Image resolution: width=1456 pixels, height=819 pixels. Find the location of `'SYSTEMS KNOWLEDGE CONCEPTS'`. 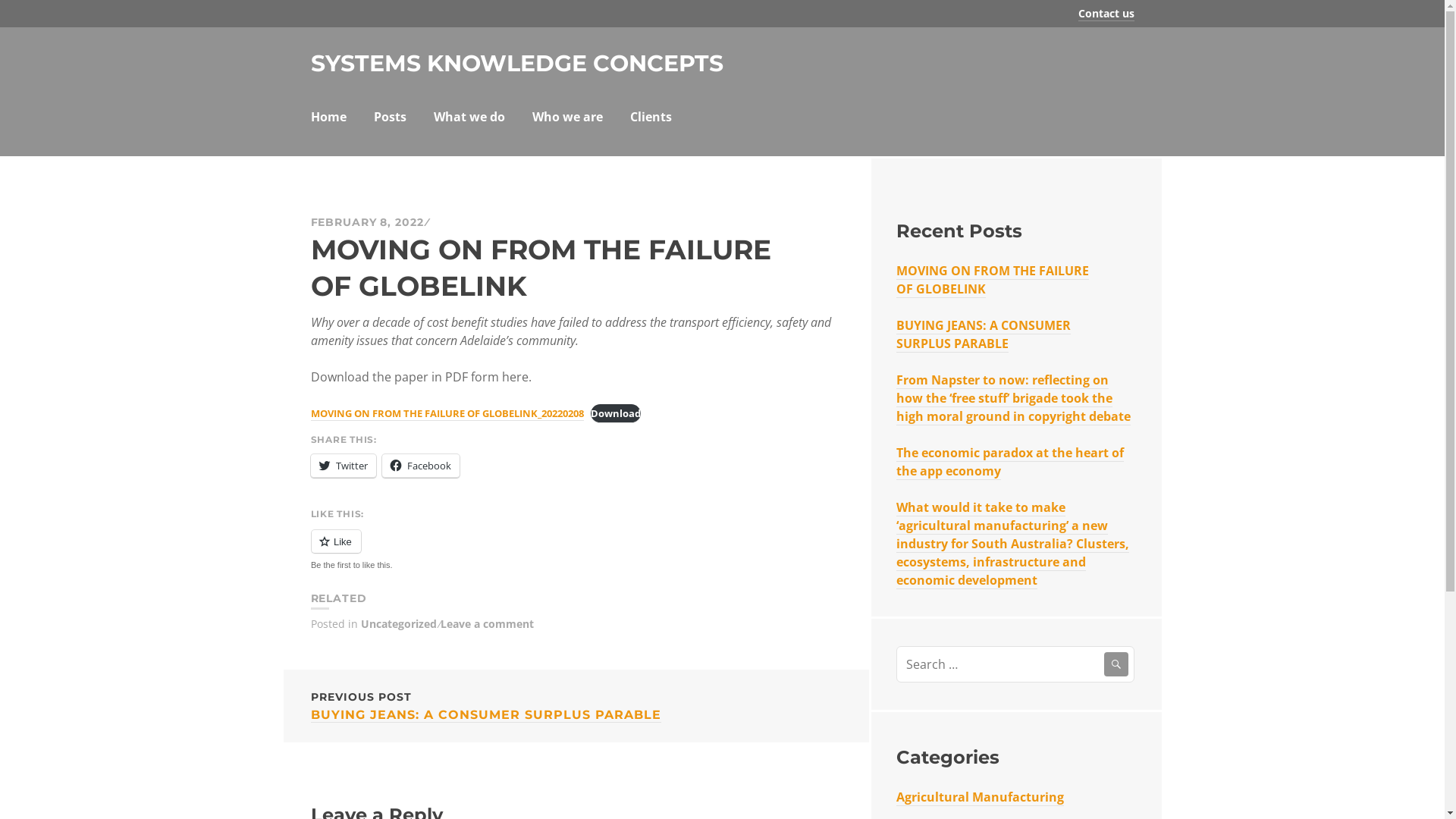

'SYSTEMS KNOWLEDGE CONCEPTS' is located at coordinates (516, 62).